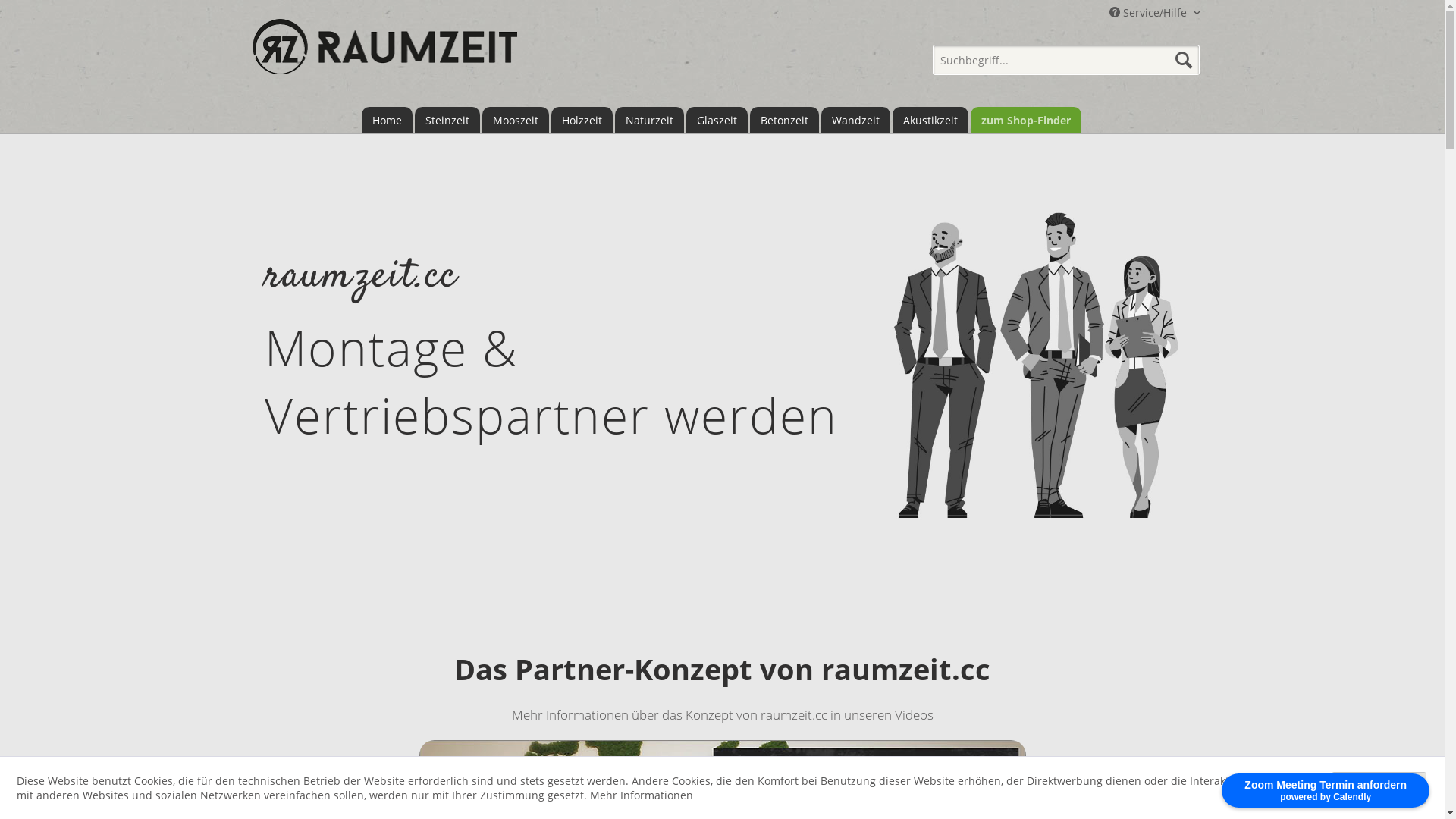 This screenshot has width=1456, height=819. I want to click on 'Mehr Informationen', so click(641, 794).